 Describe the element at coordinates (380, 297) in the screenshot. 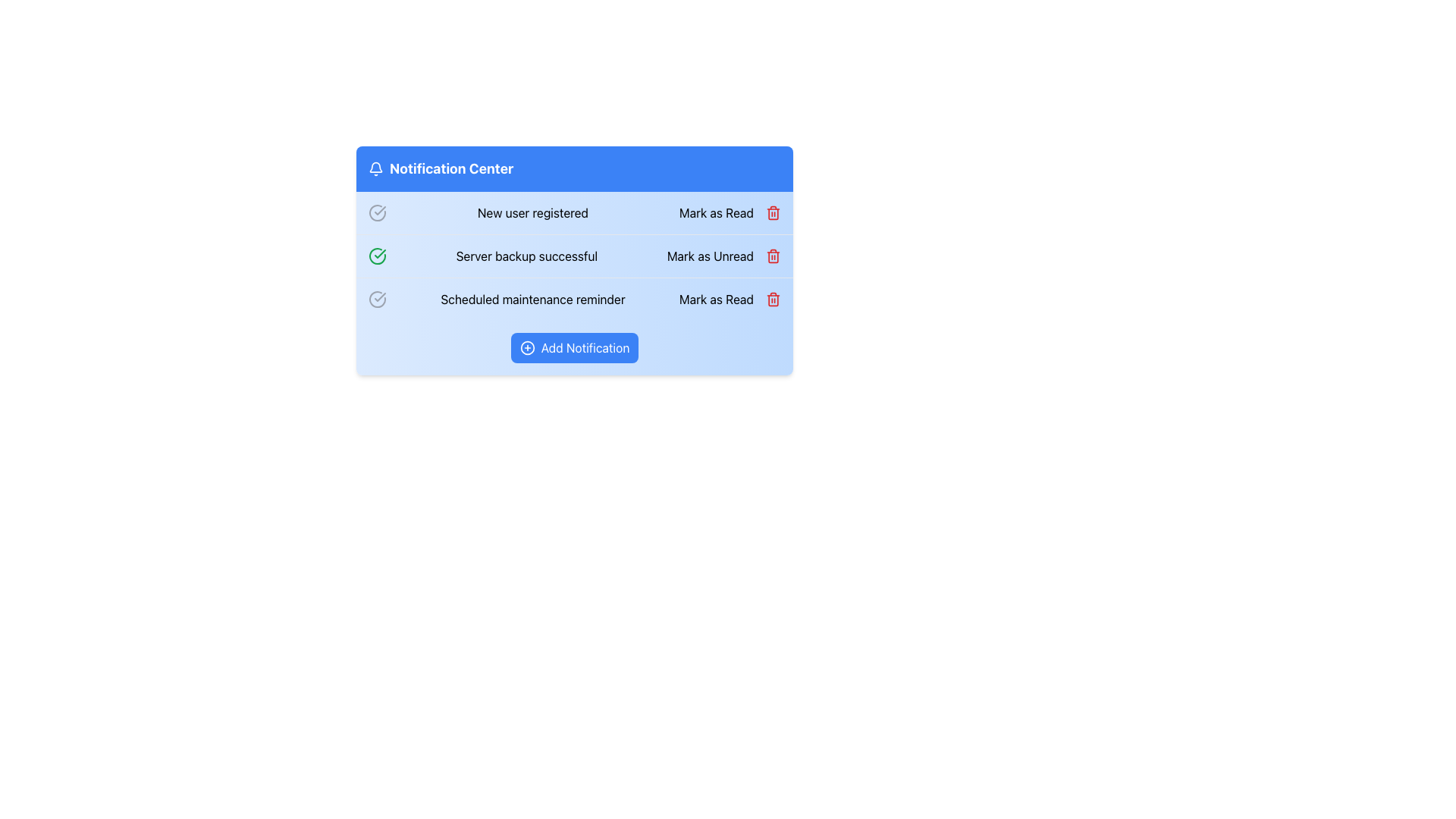

I see `the graphical checkmark icon indicating the success of the 'Server backup successful' notification, which is located to the left of the corresponding text within the notification list` at that location.